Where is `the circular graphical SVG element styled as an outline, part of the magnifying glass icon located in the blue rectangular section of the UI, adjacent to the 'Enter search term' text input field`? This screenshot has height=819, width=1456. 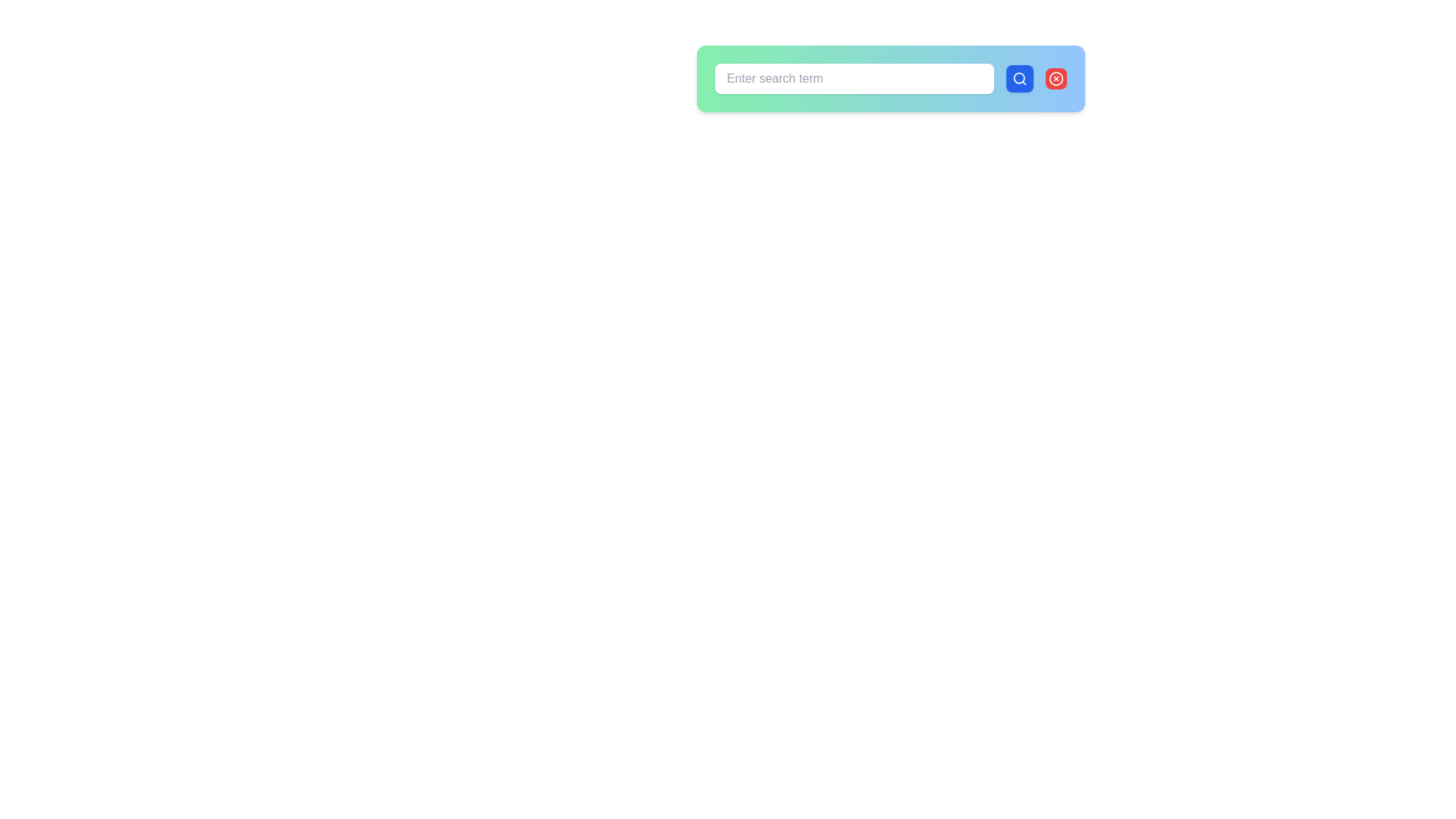
the circular graphical SVG element styled as an outline, part of the magnifying glass icon located in the blue rectangular section of the UI, adjacent to the 'Enter search term' text input field is located at coordinates (1018, 78).